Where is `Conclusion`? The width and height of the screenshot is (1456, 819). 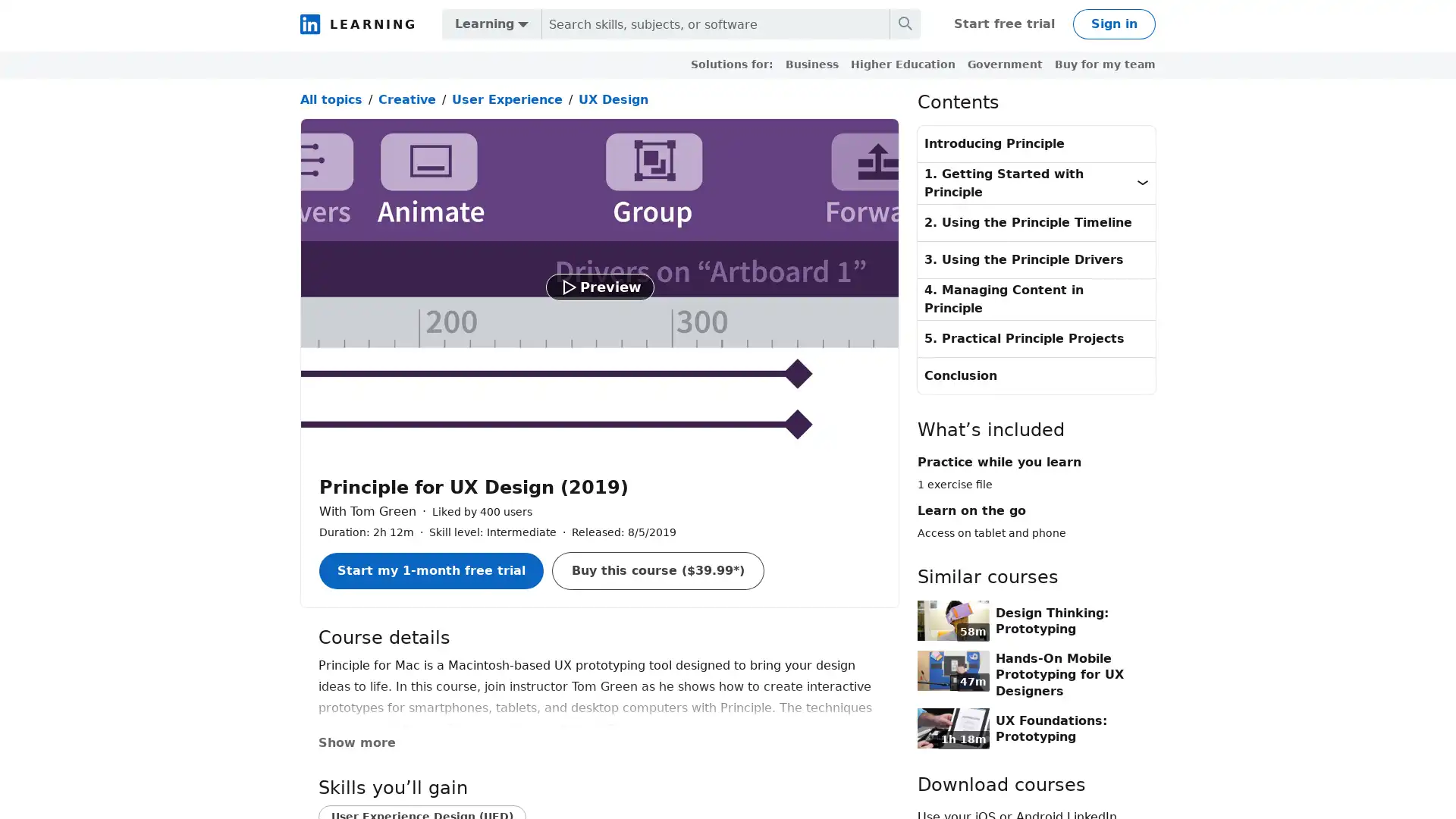 Conclusion is located at coordinates (1036, 375).